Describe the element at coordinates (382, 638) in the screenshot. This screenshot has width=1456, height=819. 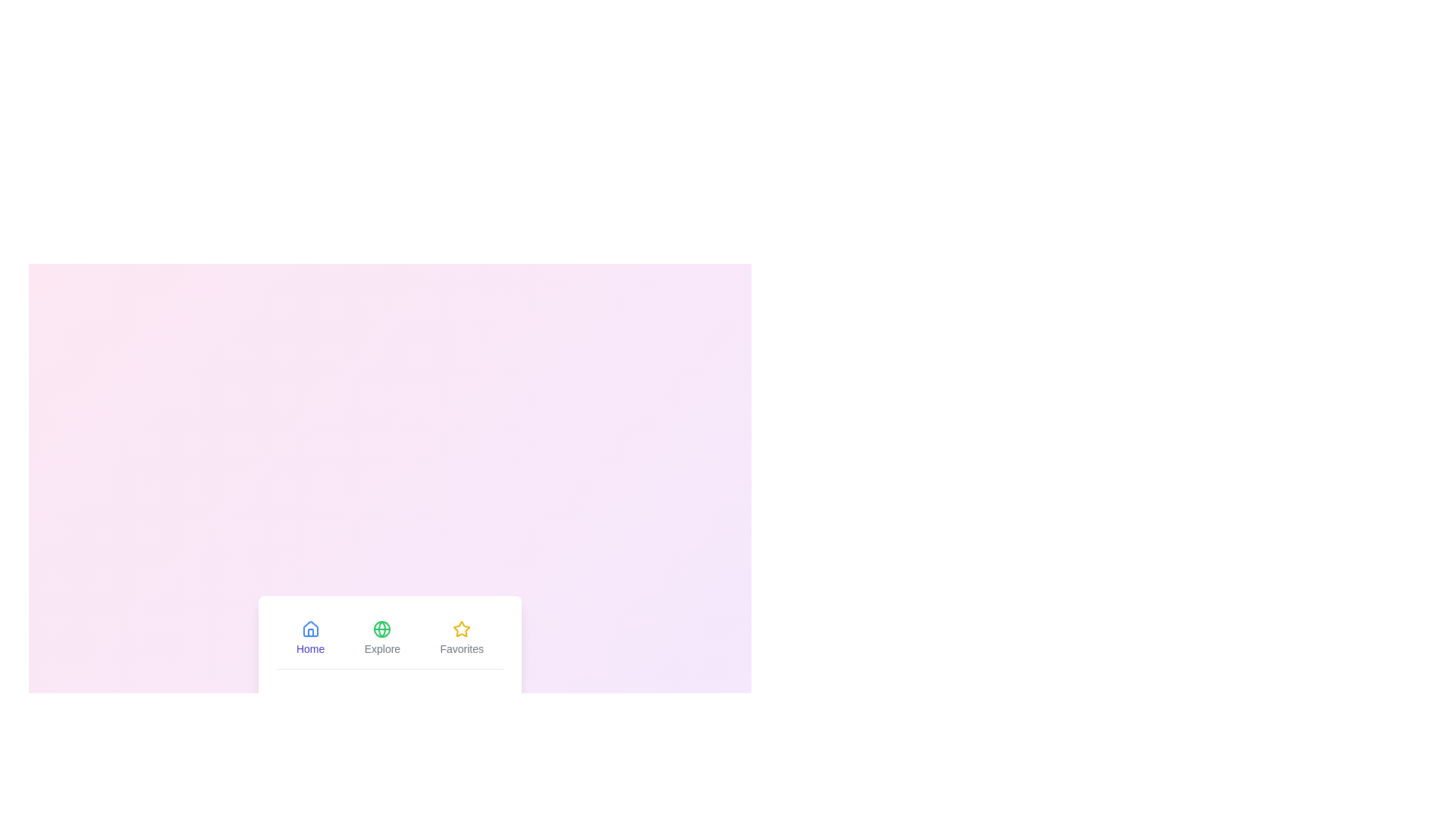
I see `the Explore tab to switch to it` at that location.